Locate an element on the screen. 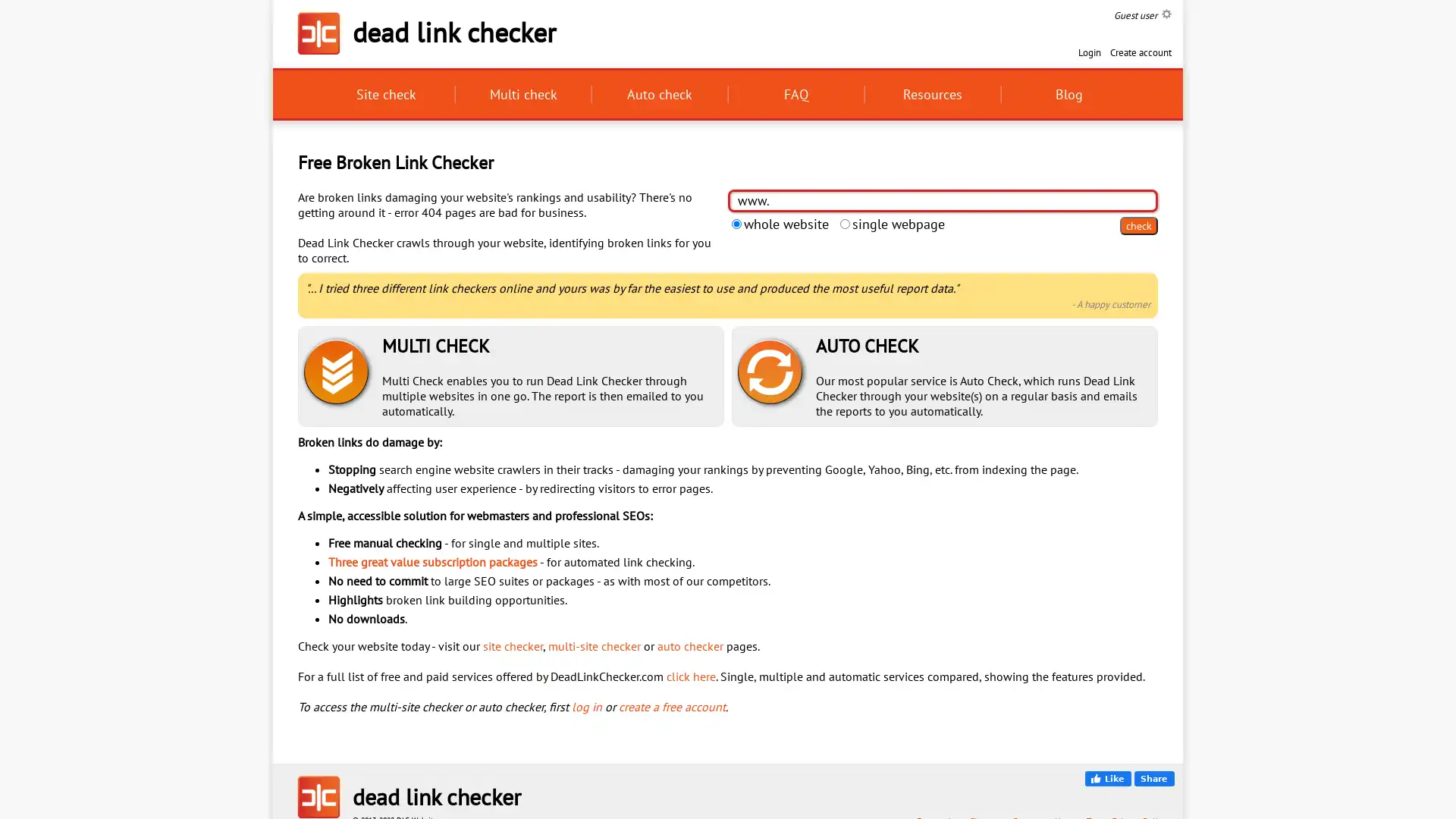 This screenshot has height=819, width=1456. check is located at coordinates (1139, 225).